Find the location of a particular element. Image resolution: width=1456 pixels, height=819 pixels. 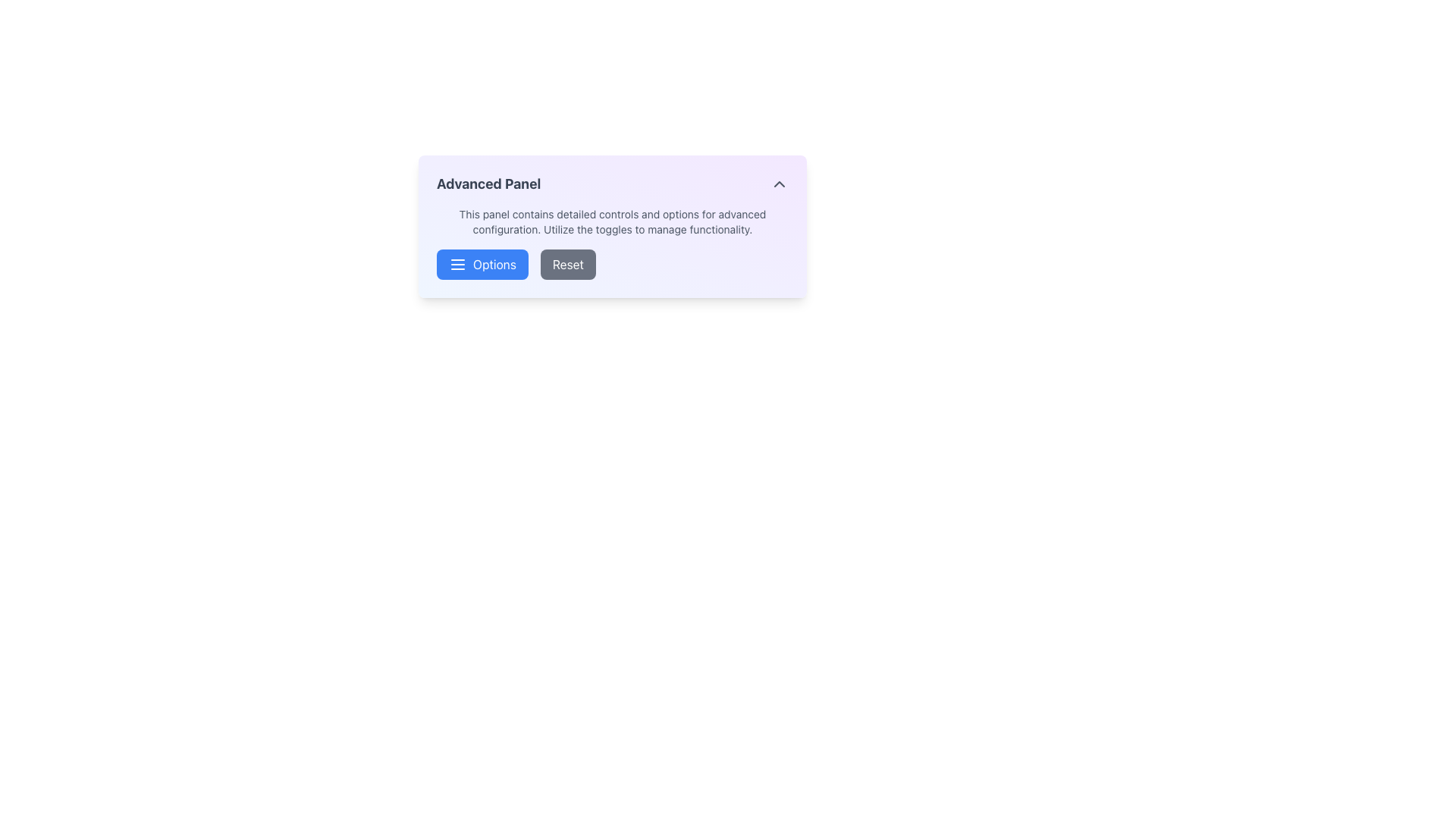

the title Text label that serves as a heading for the panel, located above a descriptive paragraph and to the left of an interactive button and a small chevron icon is located at coordinates (488, 184).